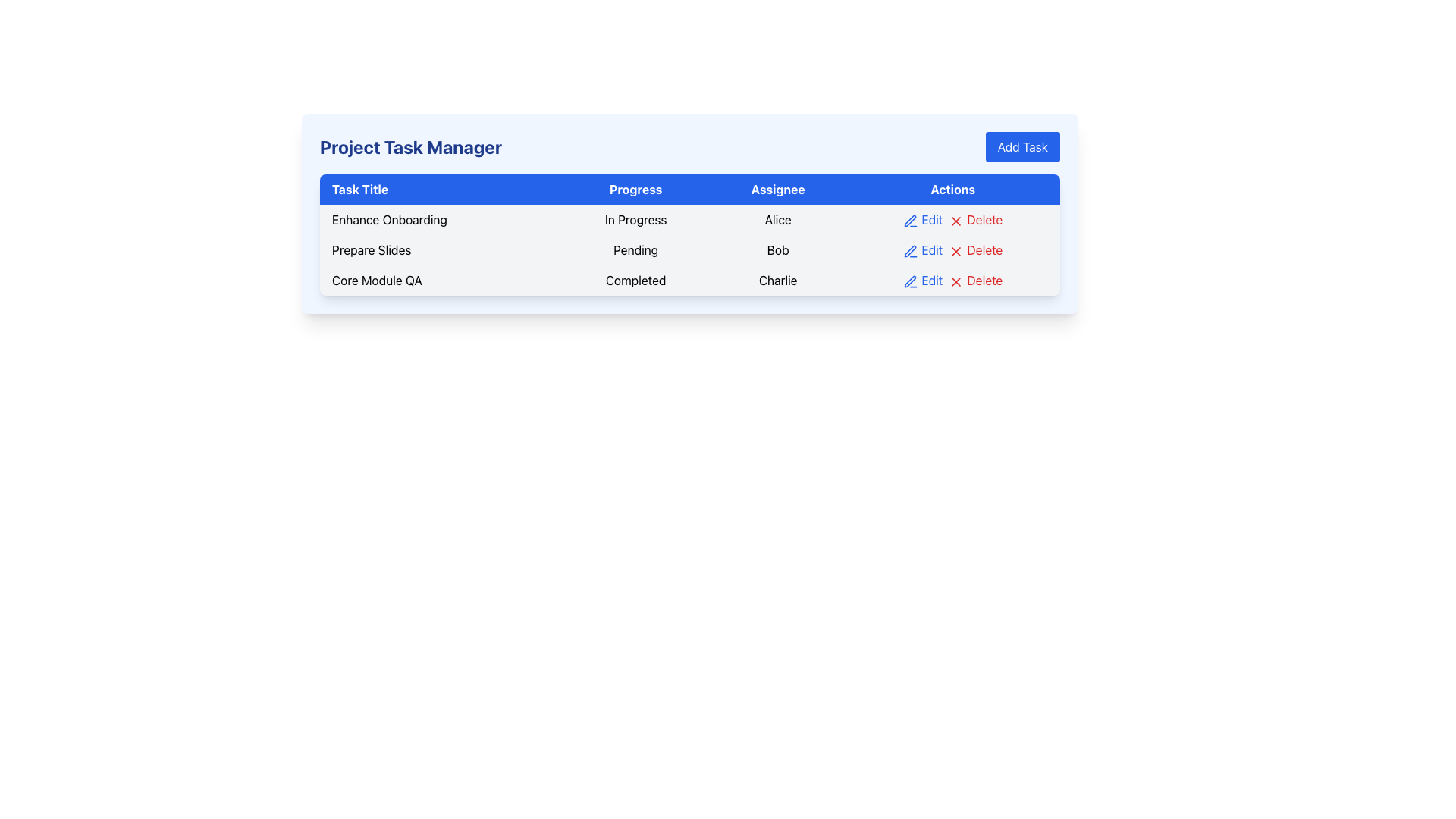 This screenshot has width=1456, height=819. Describe the element at coordinates (922, 281) in the screenshot. I see `the 'Edit' button styled as a hyperlink with a pen icon, located in the 'Actions' column of the last row in the table` at that location.